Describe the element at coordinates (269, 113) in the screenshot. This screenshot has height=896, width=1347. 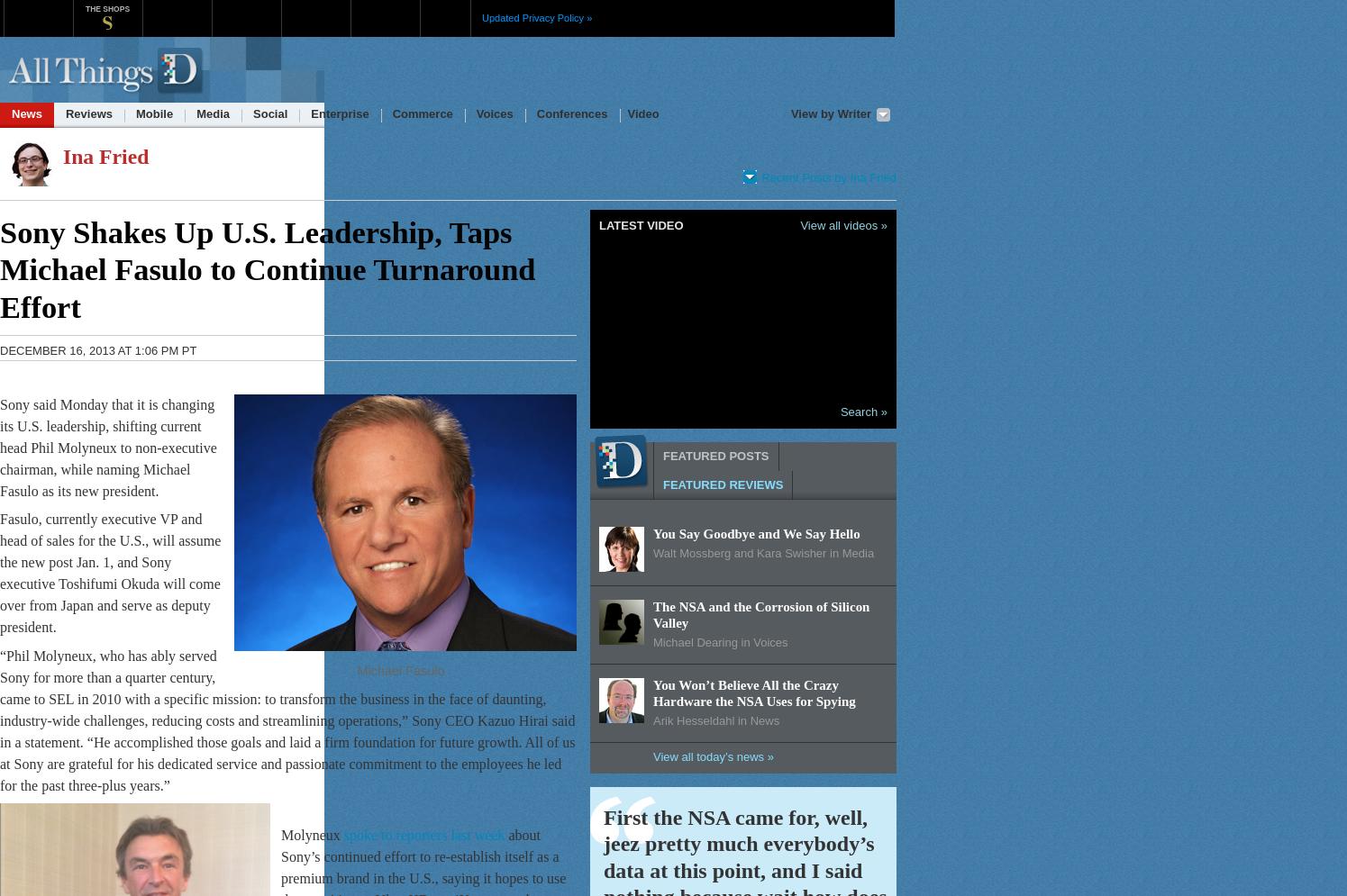
I see `'Social'` at that location.